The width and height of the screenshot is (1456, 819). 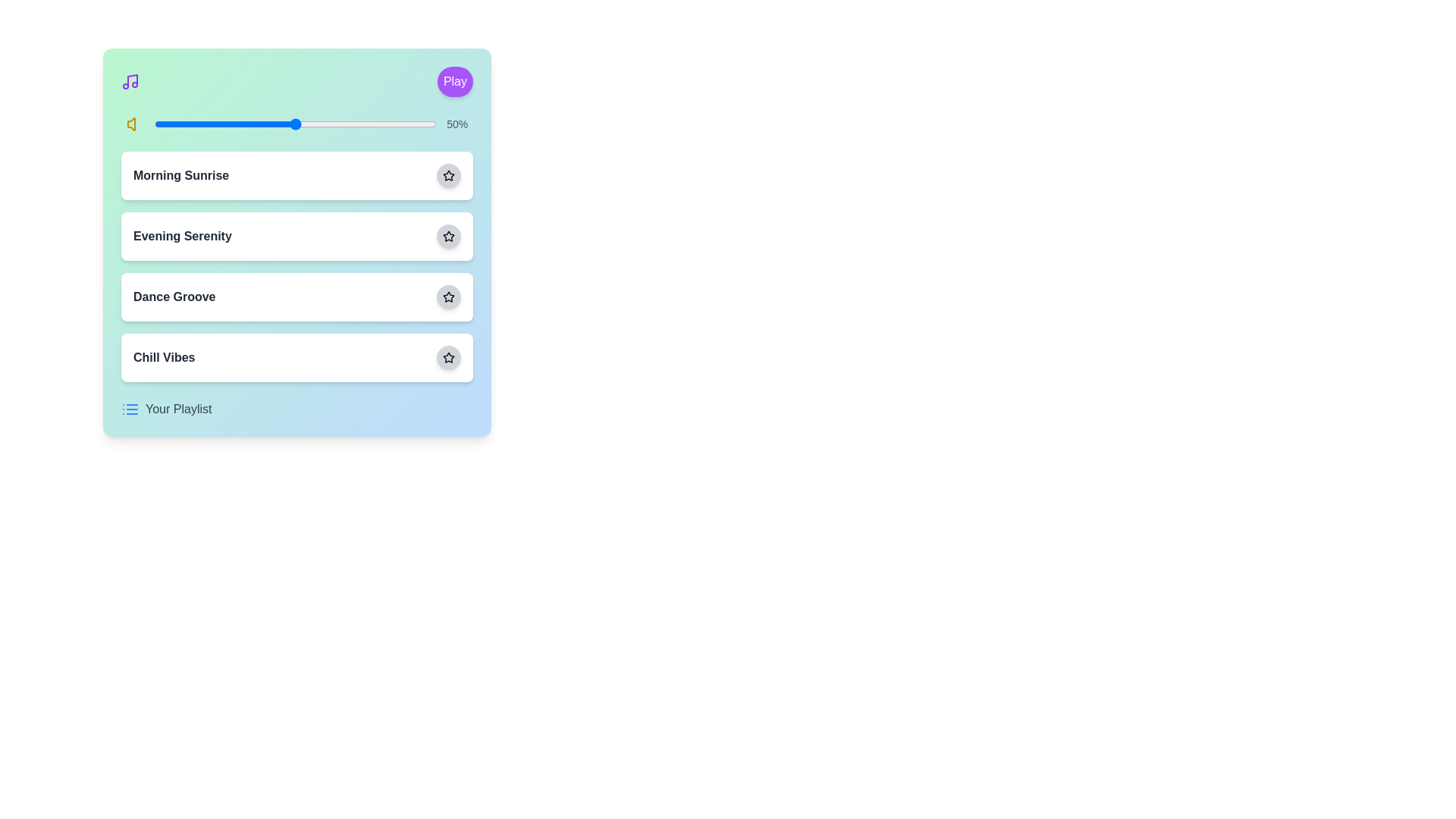 What do you see at coordinates (447, 297) in the screenshot?
I see `the circular button with a light gray background and a star icon located in the 'Dance Groove' playlist item` at bounding box center [447, 297].